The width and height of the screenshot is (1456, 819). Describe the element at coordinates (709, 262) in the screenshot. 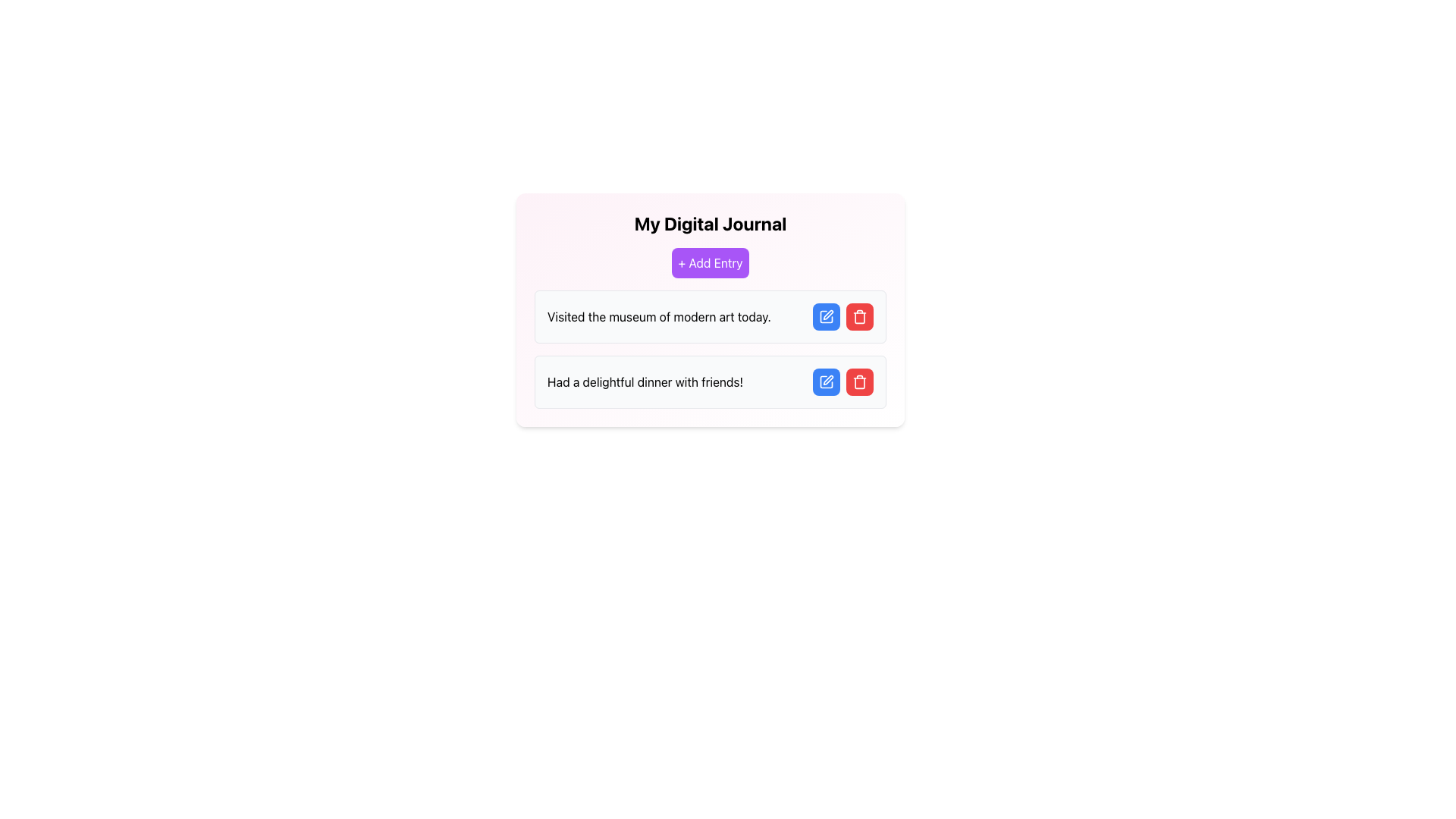

I see `the button located below the header text 'My Digital Journal' to change its background color` at that location.